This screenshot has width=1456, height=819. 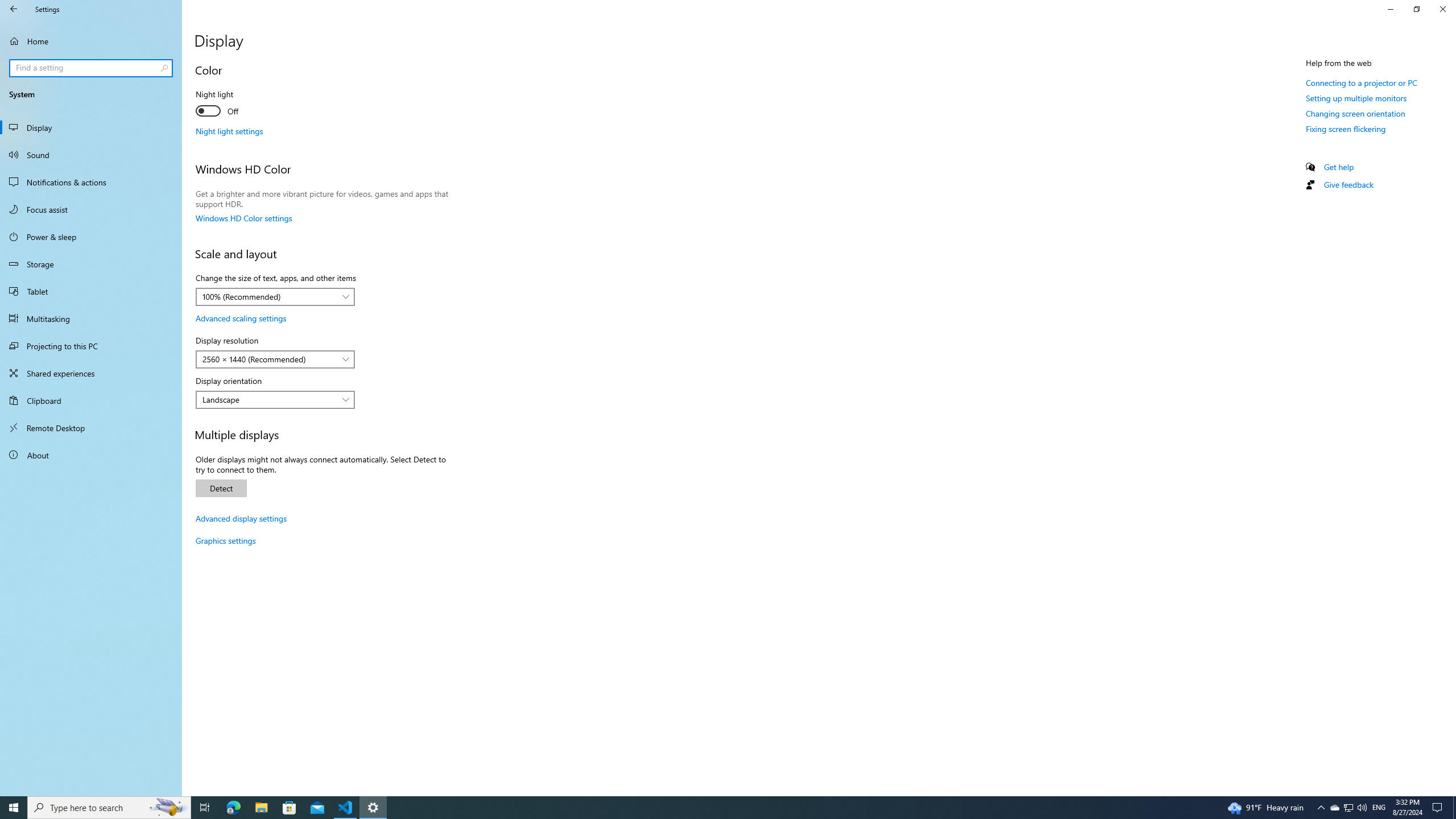 What do you see at coordinates (241, 318) in the screenshot?
I see `'Advanced scaling settings'` at bounding box center [241, 318].